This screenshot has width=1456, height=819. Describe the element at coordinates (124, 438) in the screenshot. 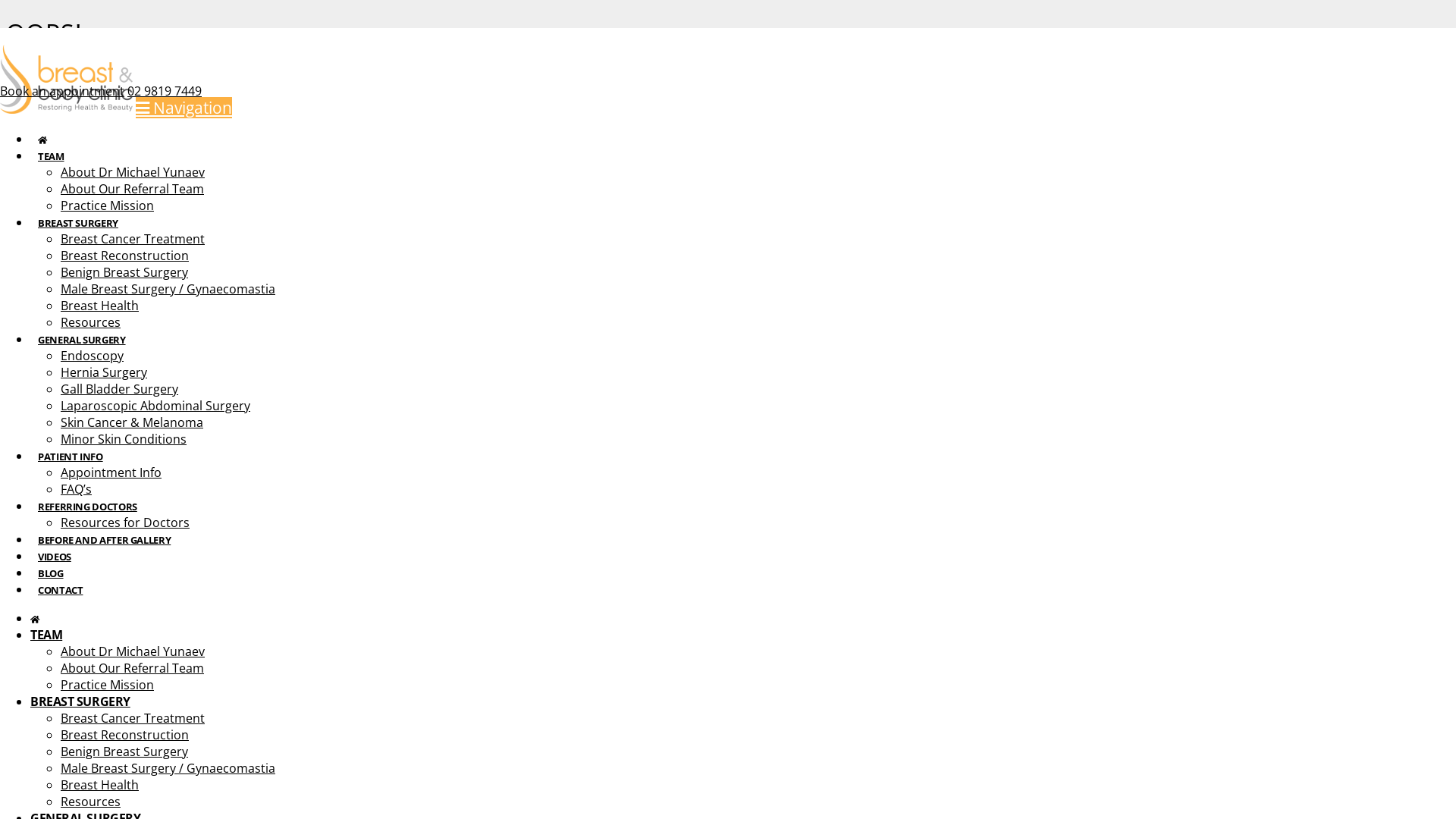

I see `'Minor Skin Conditions'` at that location.